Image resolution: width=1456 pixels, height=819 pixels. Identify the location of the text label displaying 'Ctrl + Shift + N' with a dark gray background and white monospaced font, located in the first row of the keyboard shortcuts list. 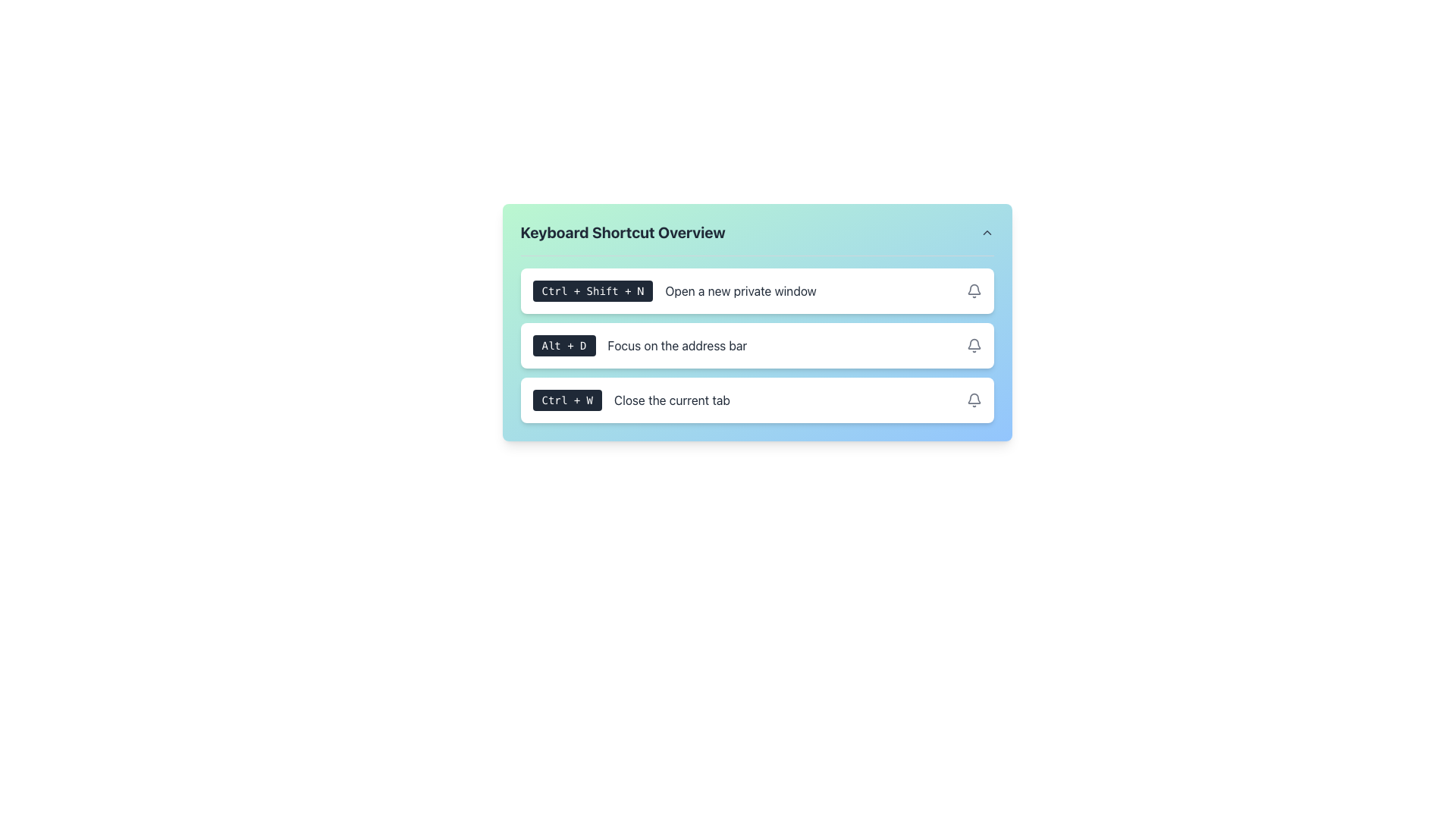
(592, 291).